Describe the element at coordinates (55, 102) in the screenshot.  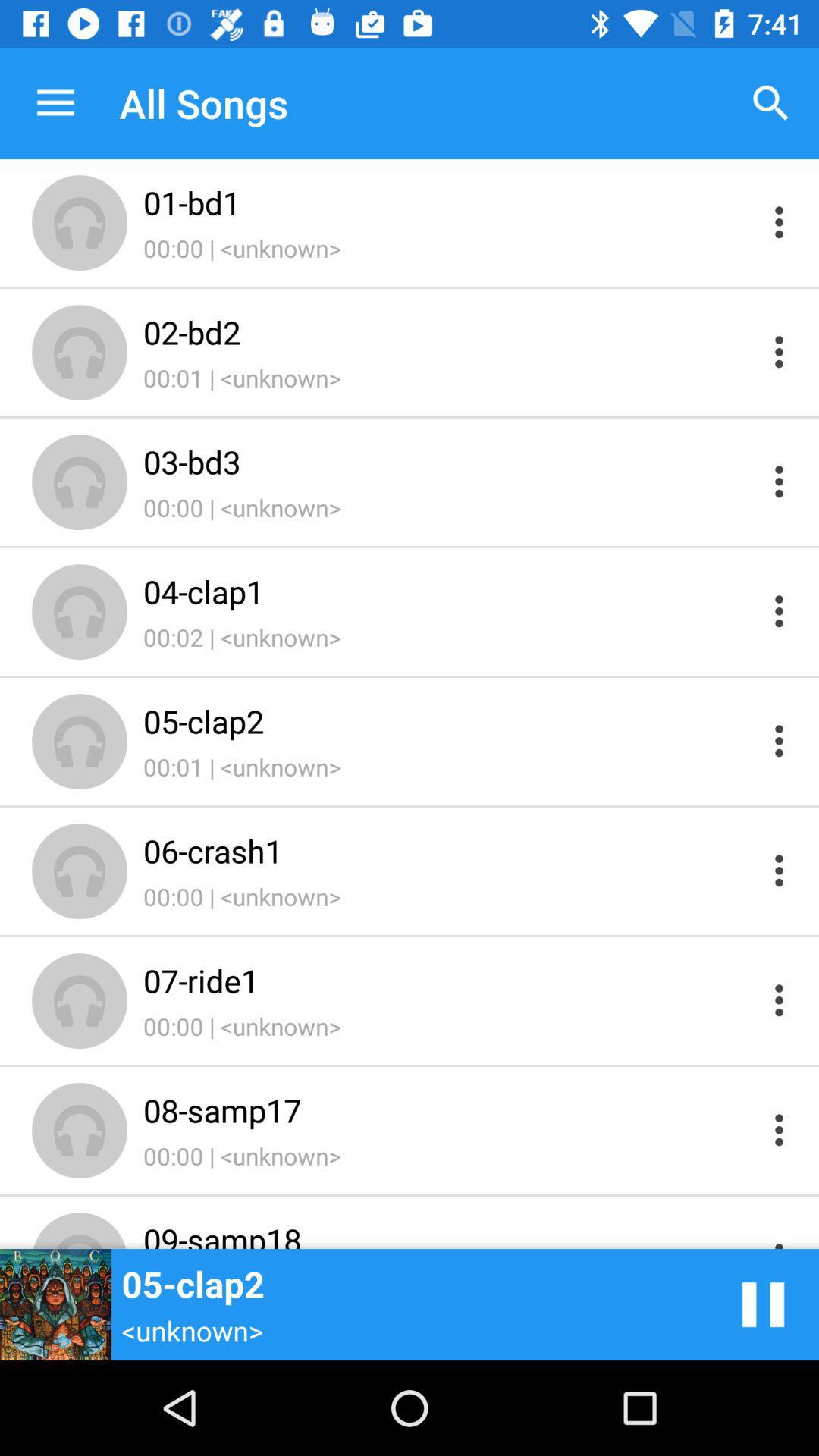
I see `the item next to the all songs app` at that location.